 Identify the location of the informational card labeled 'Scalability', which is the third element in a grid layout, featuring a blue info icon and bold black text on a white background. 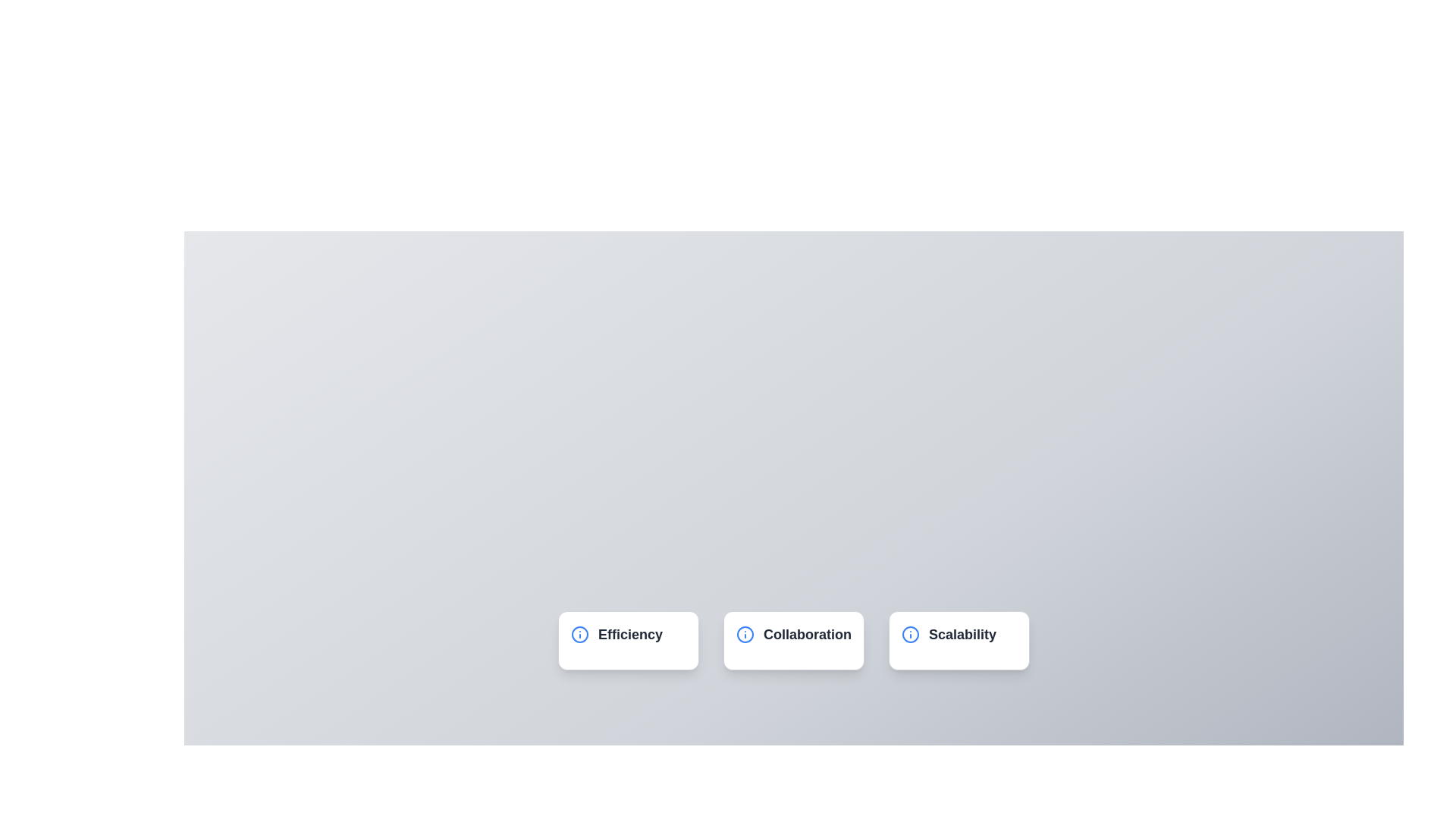
(959, 640).